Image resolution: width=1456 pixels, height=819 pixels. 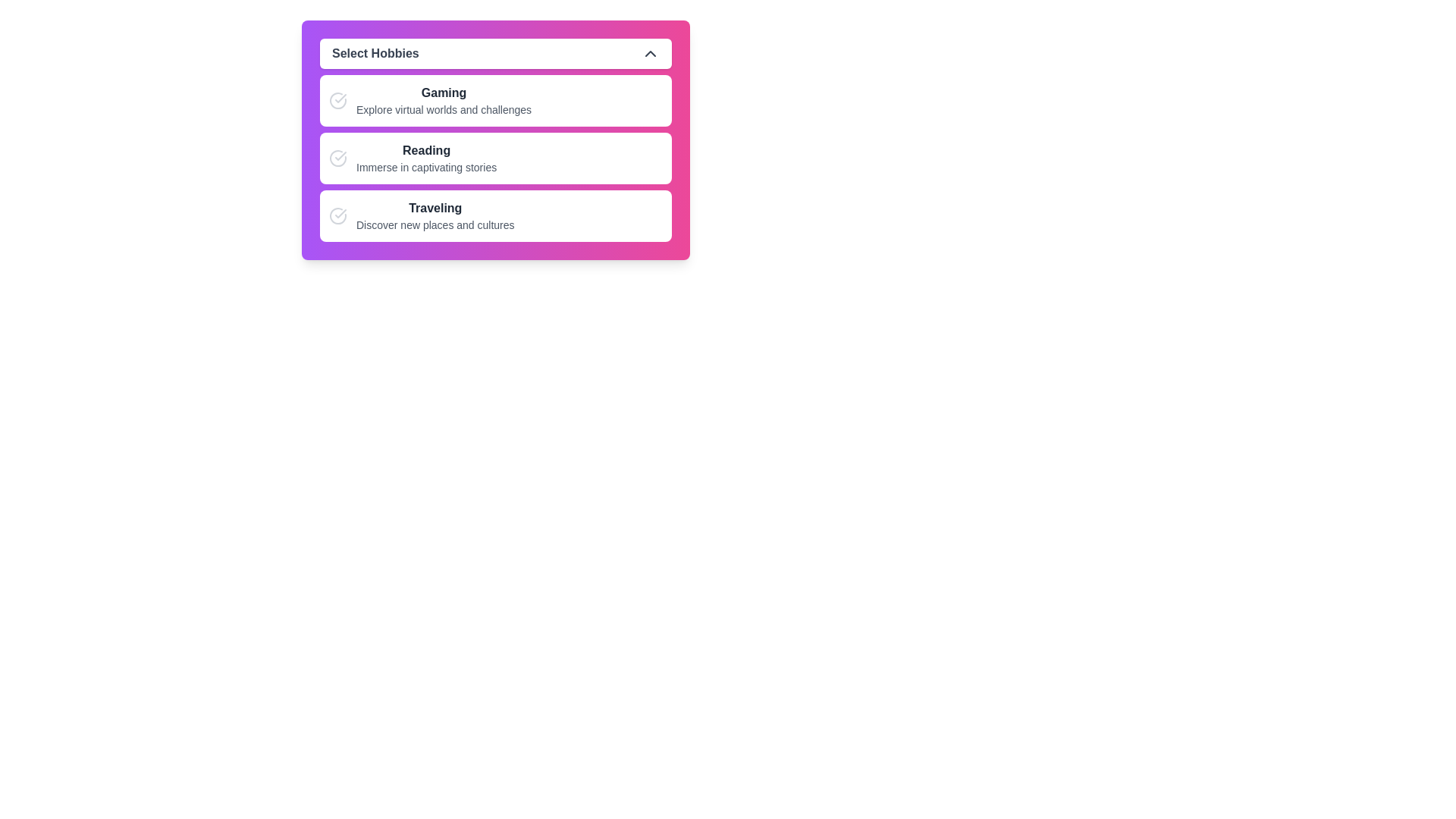 What do you see at coordinates (337, 100) in the screenshot?
I see `the visual indicator icon representing the selection status for the 'Gaming' option located in the first list item under the 'Select Hobbies' header` at bounding box center [337, 100].